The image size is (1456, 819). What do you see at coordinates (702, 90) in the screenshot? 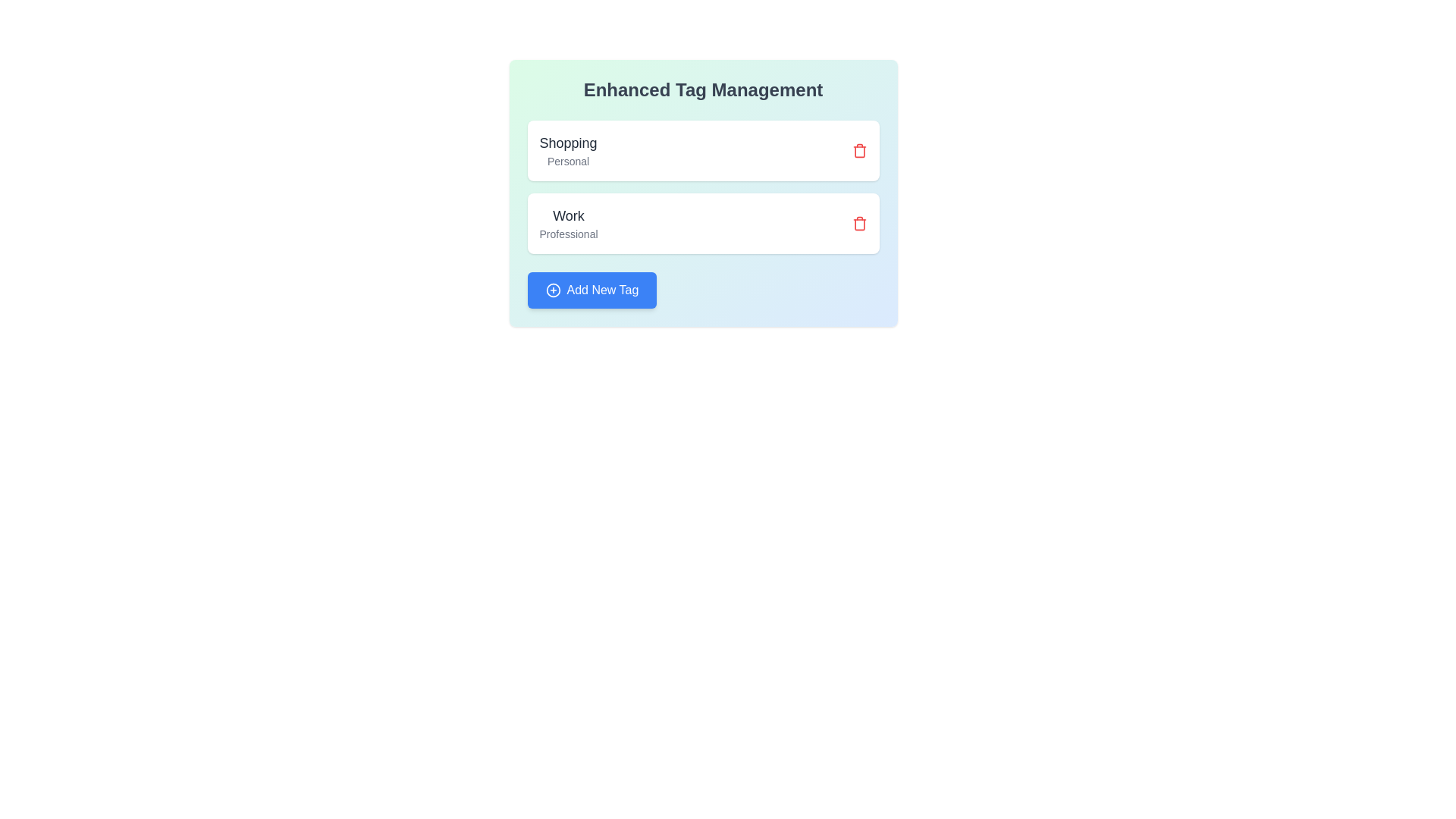
I see `the text heading 'Enhanced Tag Management', which is styled with bold and extra-large font in dark gray, located at the center-top of a card-like layout` at bounding box center [702, 90].